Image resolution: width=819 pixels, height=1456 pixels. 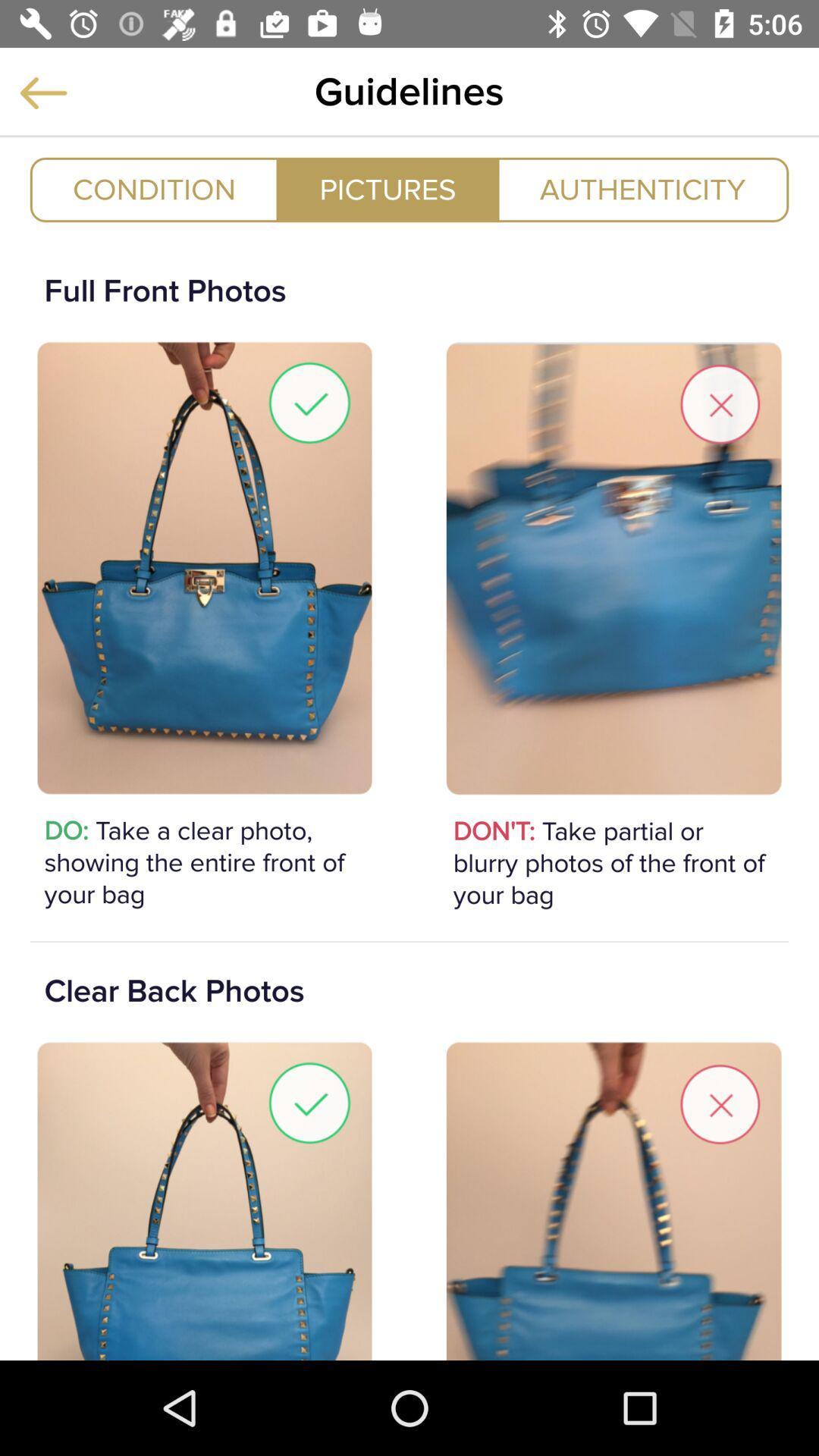 What do you see at coordinates (642, 189) in the screenshot?
I see `icon below guidelines` at bounding box center [642, 189].